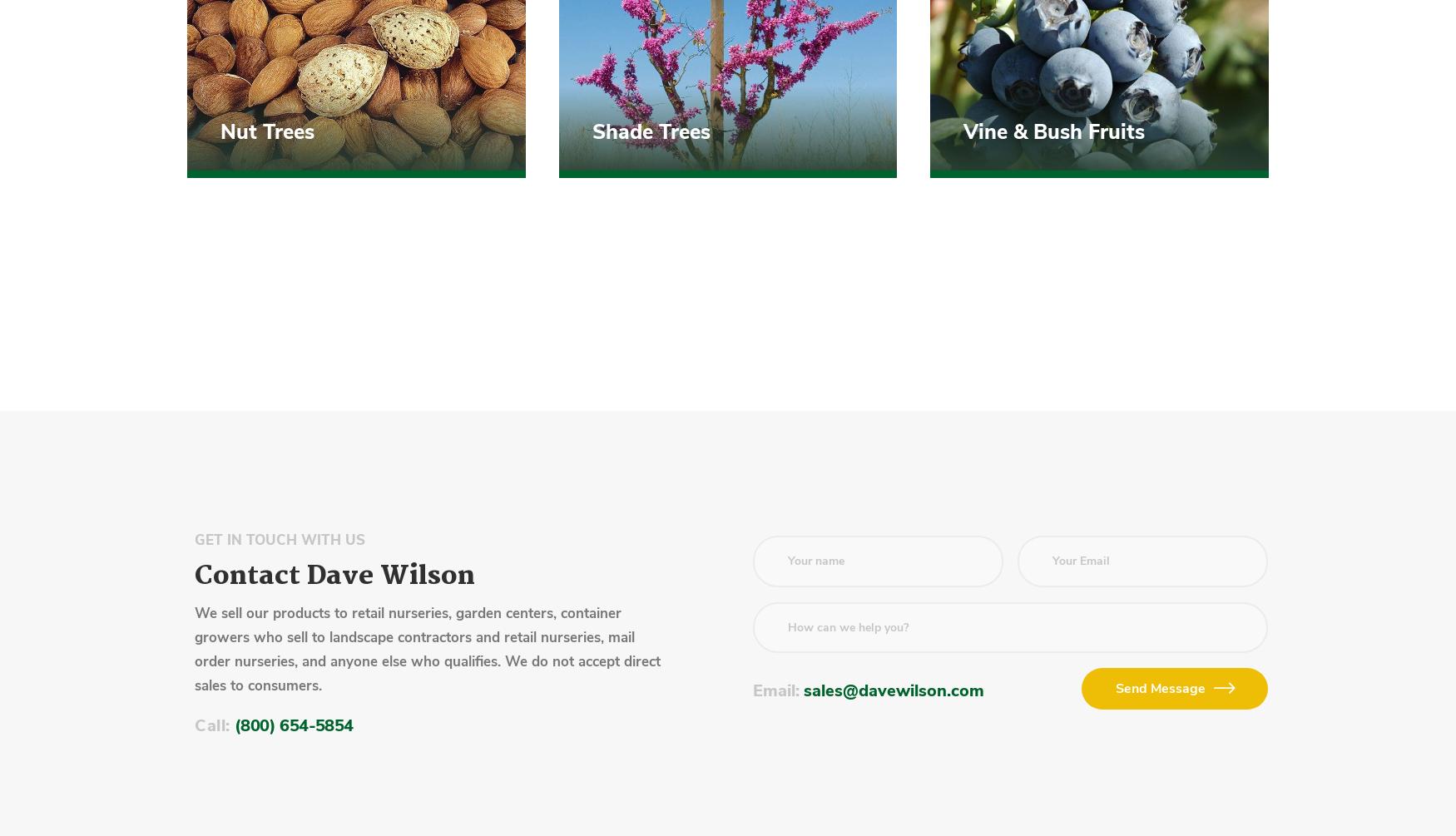  I want to click on 'PO Box 429', so click(268, 235).